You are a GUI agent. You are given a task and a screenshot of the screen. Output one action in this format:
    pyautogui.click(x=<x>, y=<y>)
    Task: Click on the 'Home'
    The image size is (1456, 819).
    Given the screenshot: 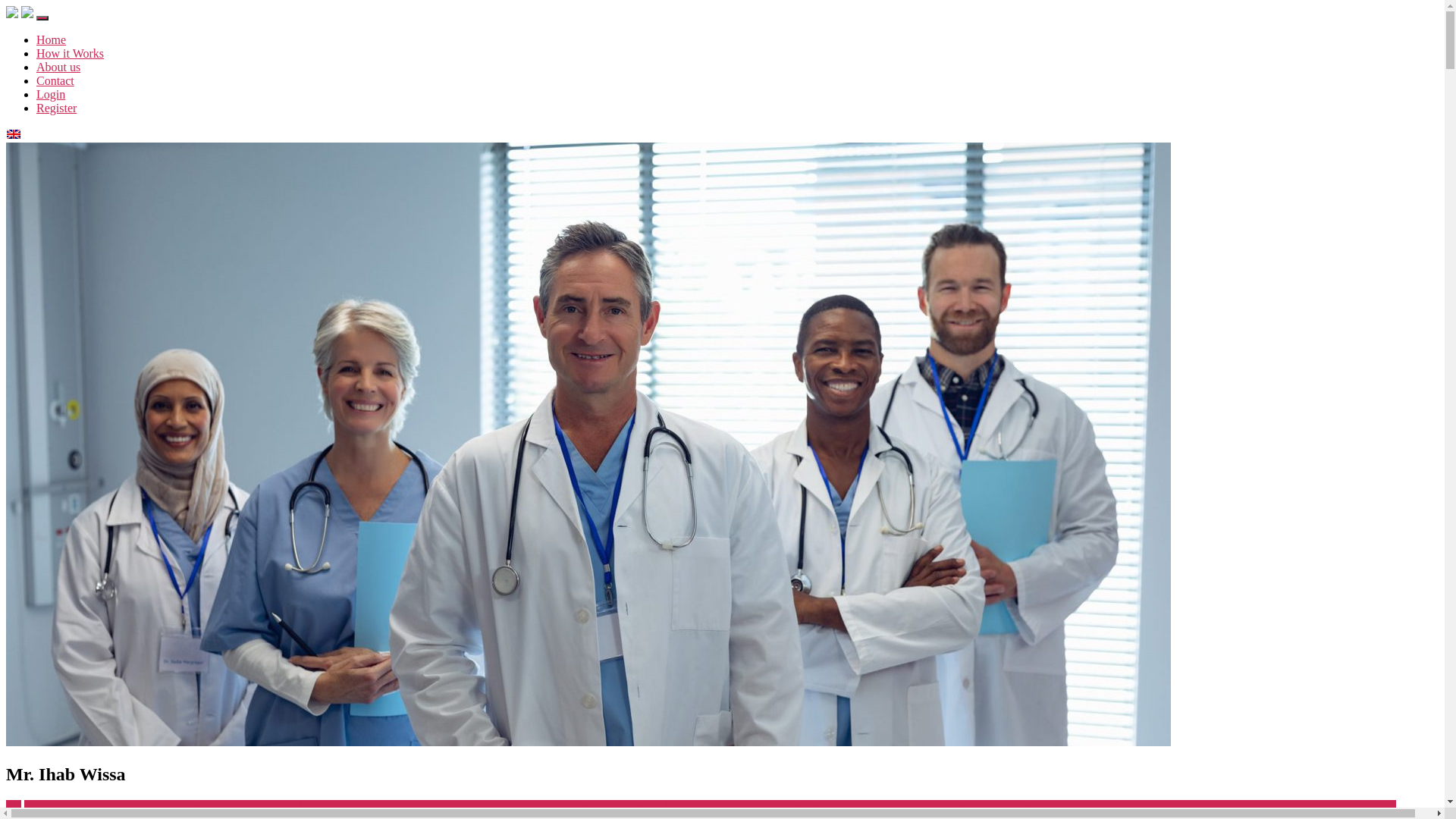 What is the action you would take?
    pyautogui.click(x=51, y=39)
    